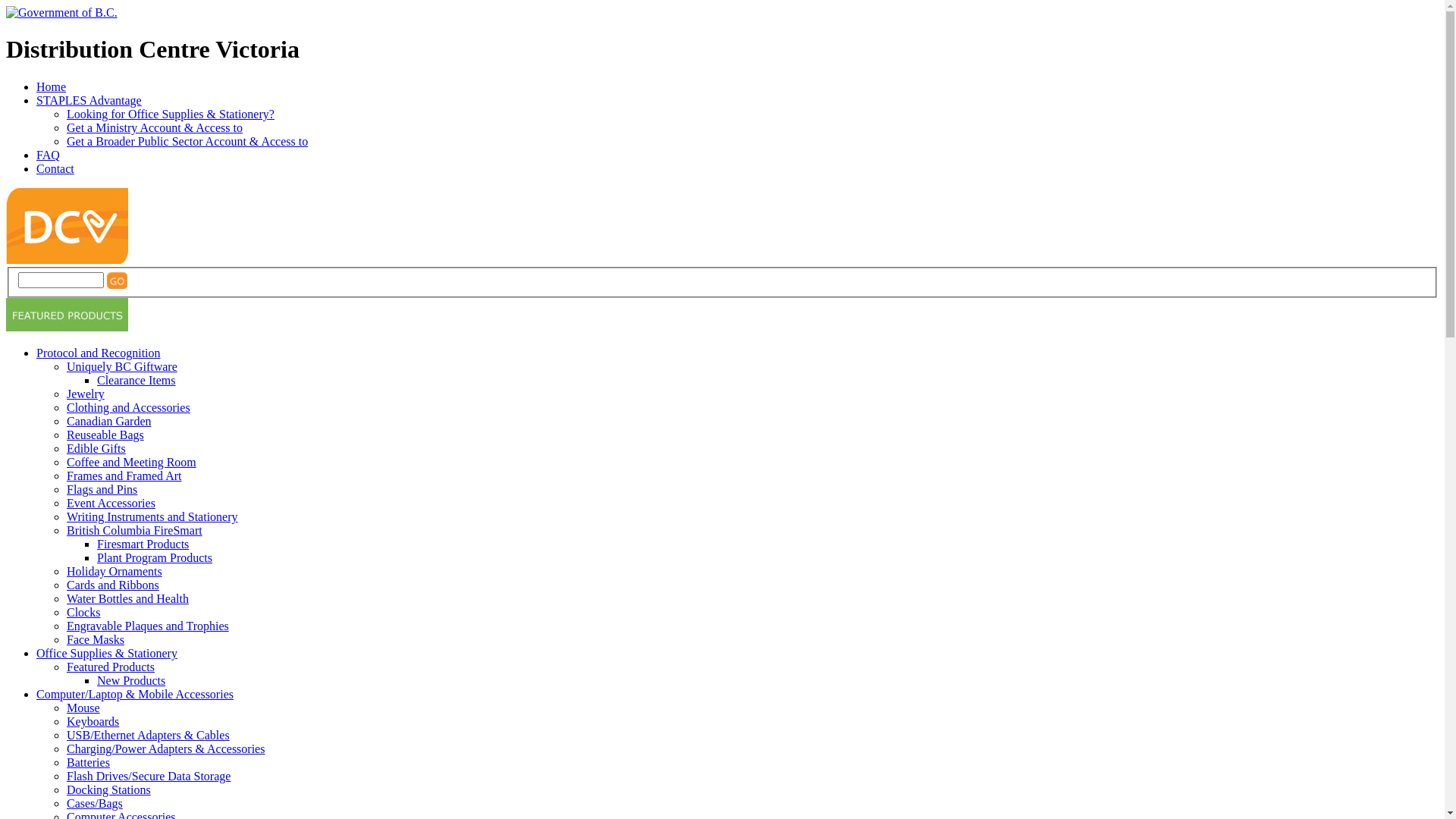  I want to click on 'Uniquely BC Giftware', so click(65, 366).